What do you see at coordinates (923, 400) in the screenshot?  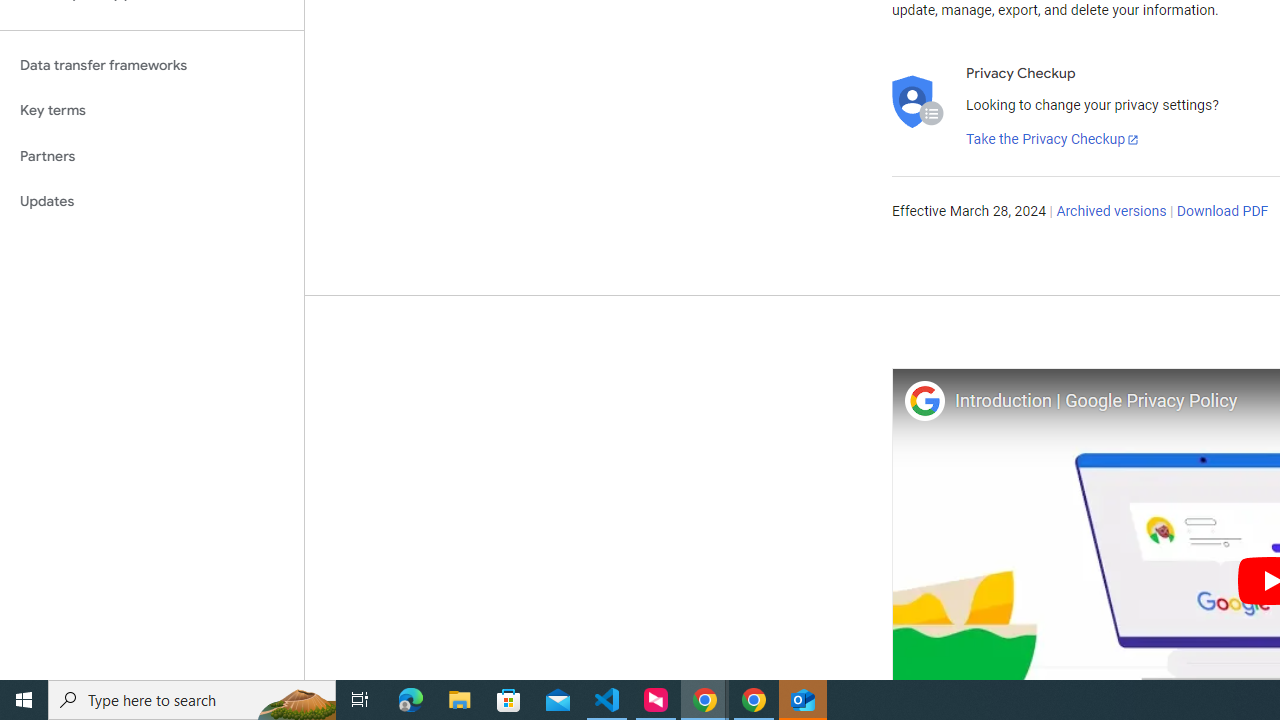 I see `'Photo image of Google'` at bounding box center [923, 400].